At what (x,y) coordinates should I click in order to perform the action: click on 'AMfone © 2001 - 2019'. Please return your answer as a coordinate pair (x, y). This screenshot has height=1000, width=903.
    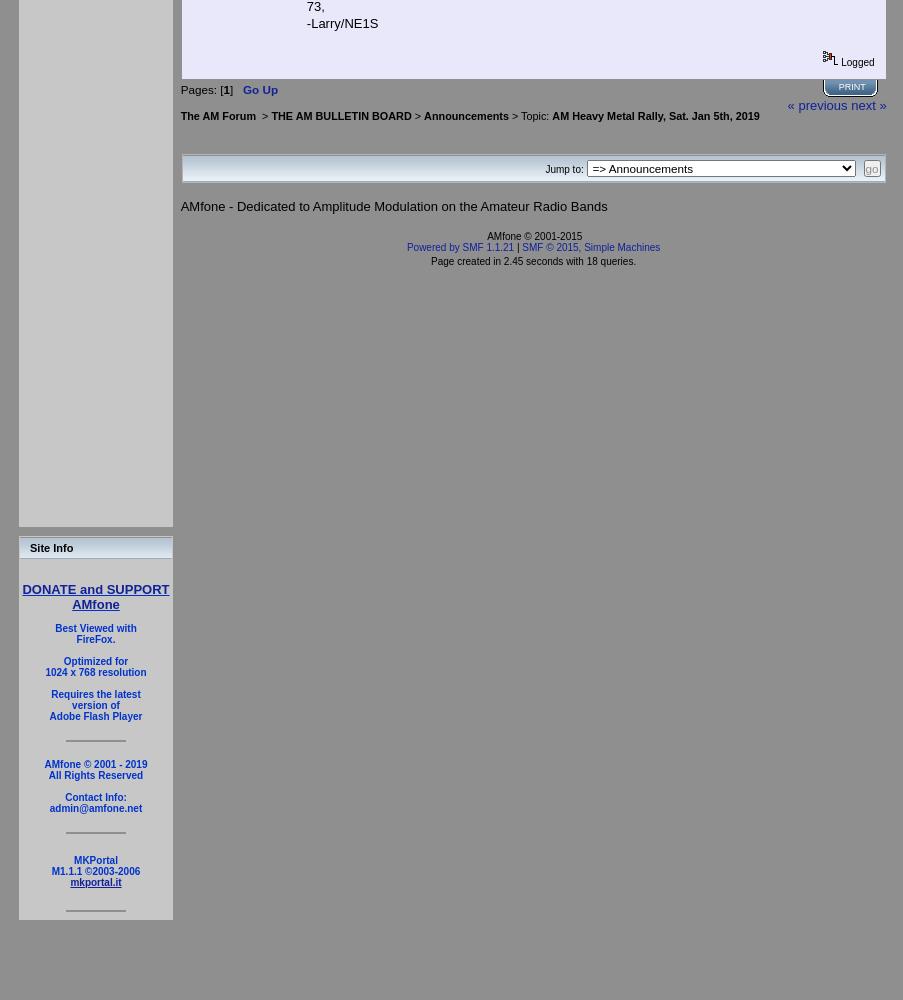
    Looking at the image, I should click on (42, 764).